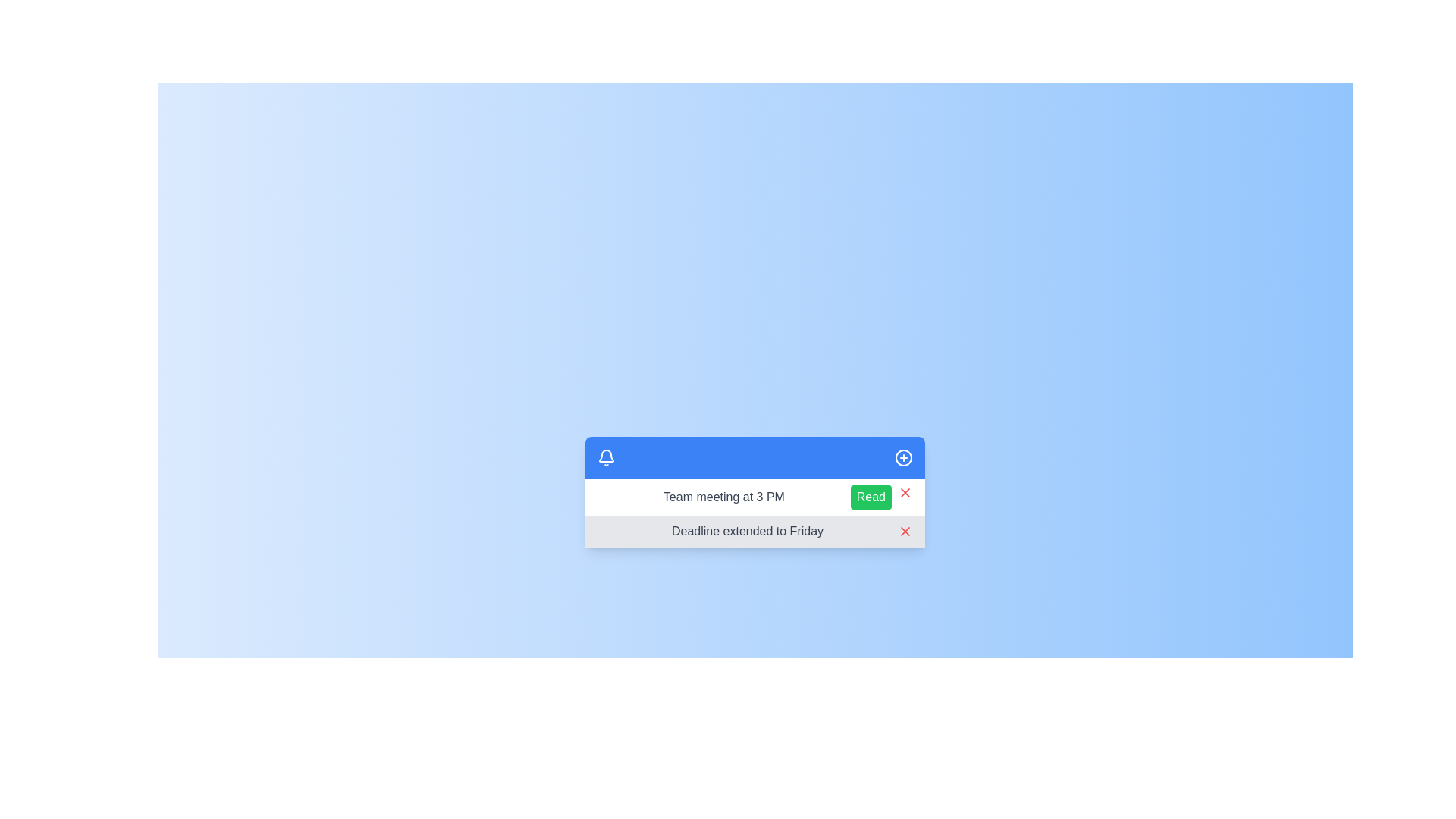  What do you see at coordinates (881, 497) in the screenshot?
I see `the green 'Read' button with white text located on the right side of the notification card beneath the title 'Team meeting at 3 PM' to mark the notification as read` at bounding box center [881, 497].